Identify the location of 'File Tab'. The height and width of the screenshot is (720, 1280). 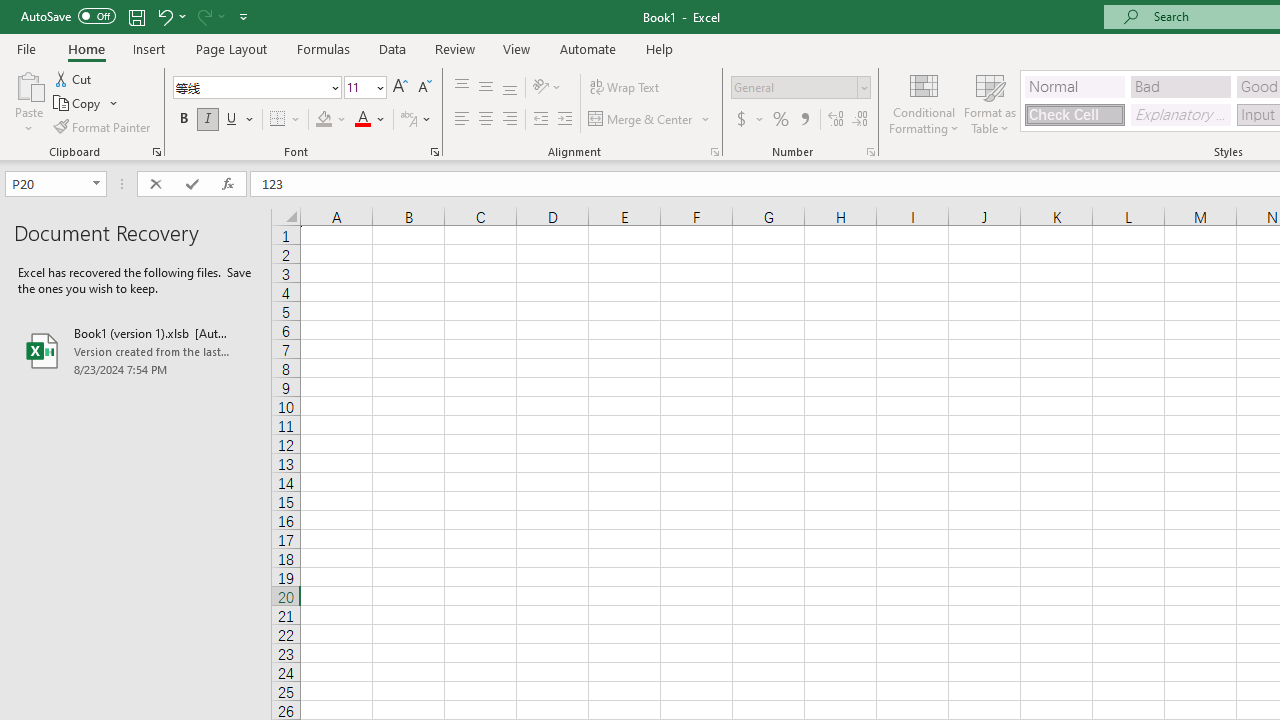
(26, 47).